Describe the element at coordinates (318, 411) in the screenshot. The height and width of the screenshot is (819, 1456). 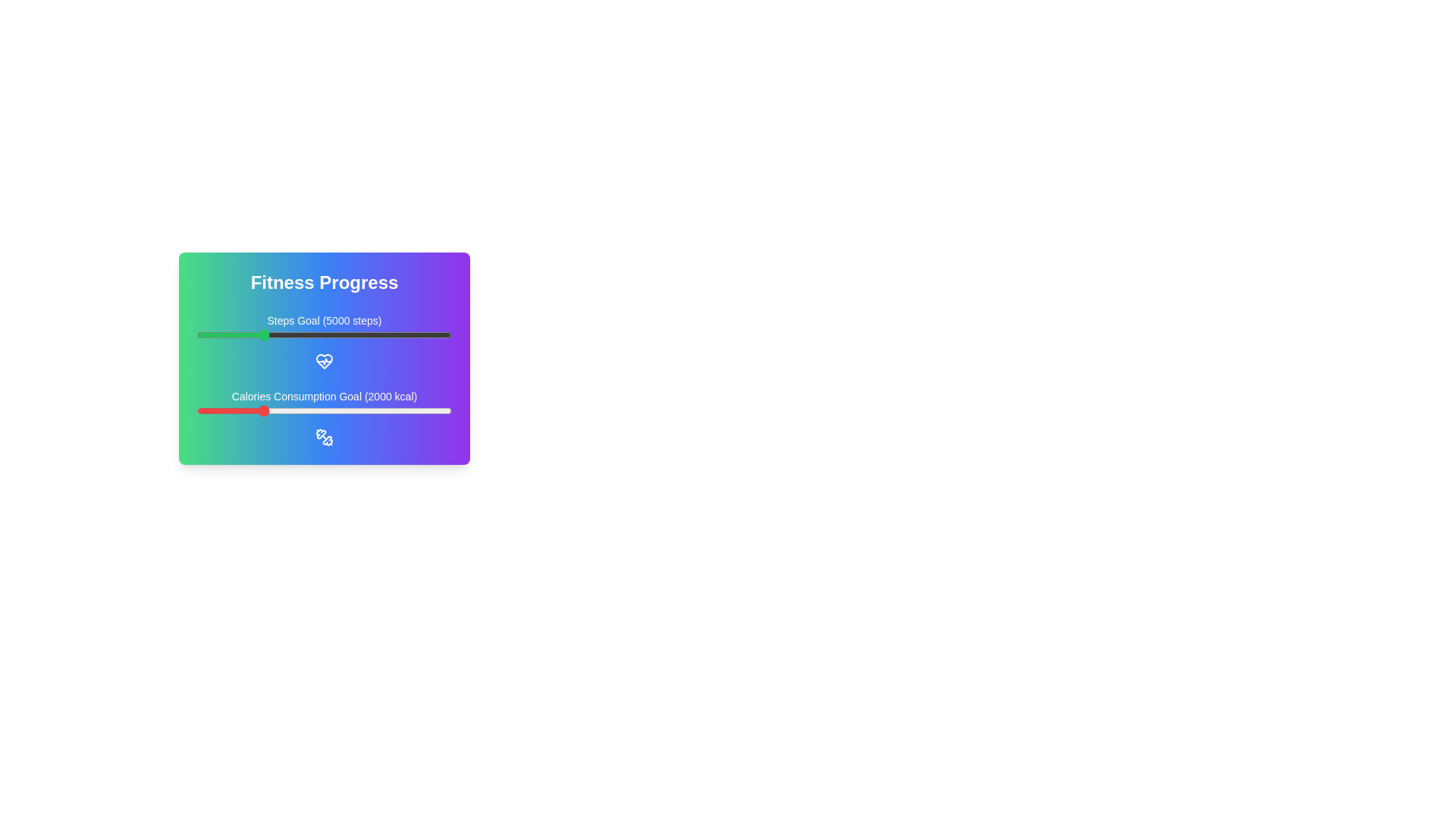
I see `the calorie goal` at that location.